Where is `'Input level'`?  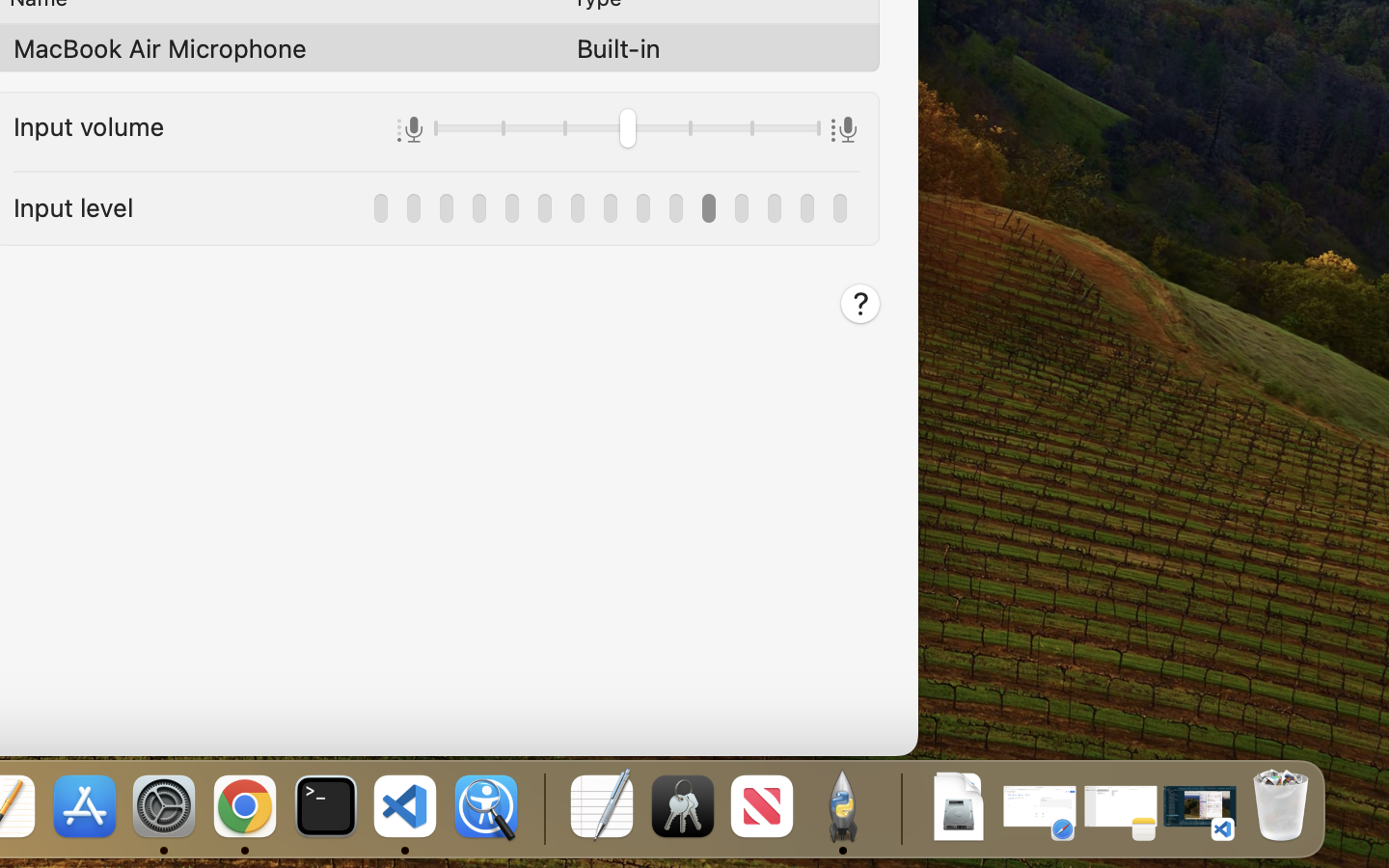
'Input level' is located at coordinates (73, 206).